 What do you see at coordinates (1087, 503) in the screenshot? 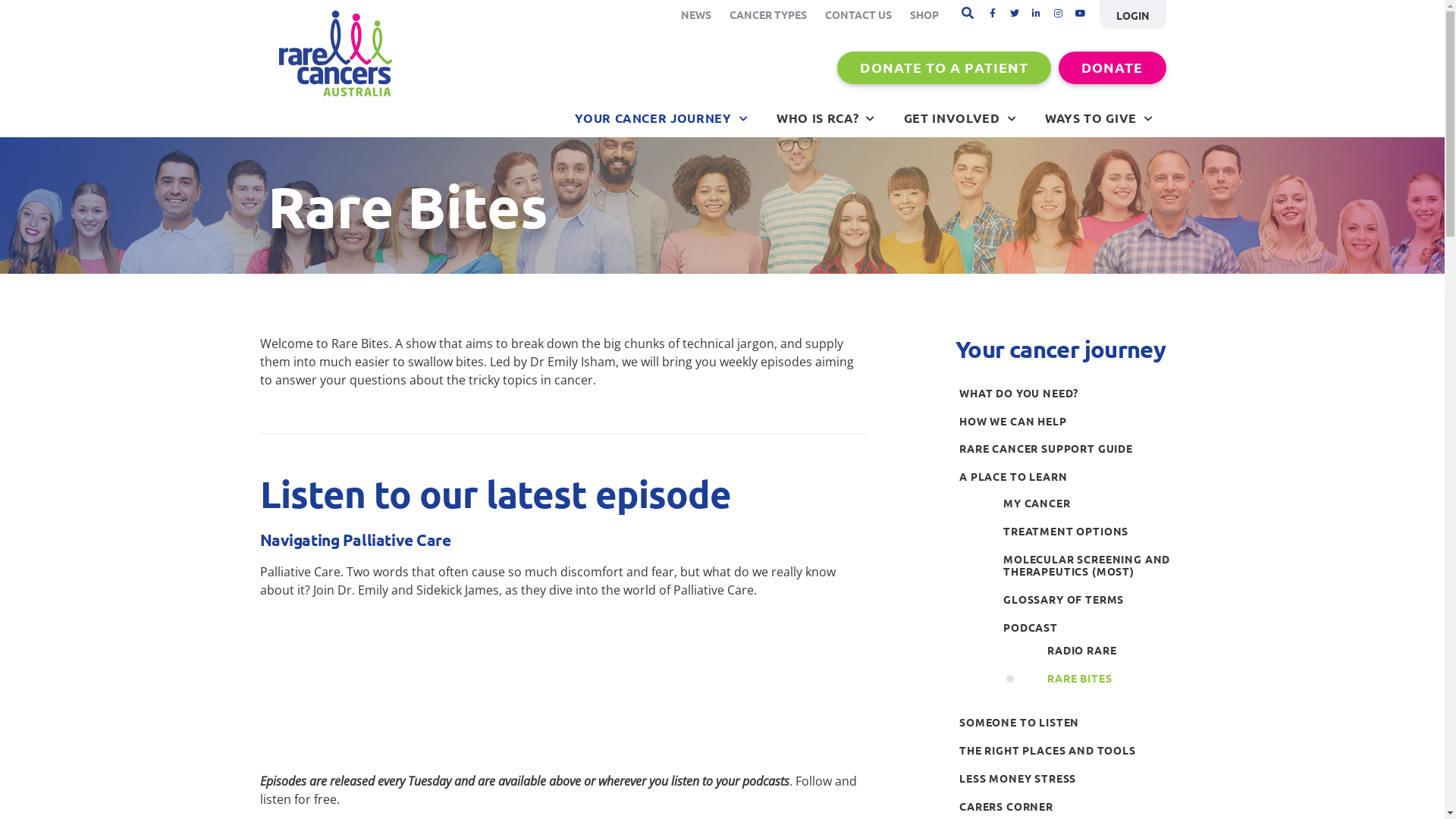
I see `'MY CANCER'` at bounding box center [1087, 503].